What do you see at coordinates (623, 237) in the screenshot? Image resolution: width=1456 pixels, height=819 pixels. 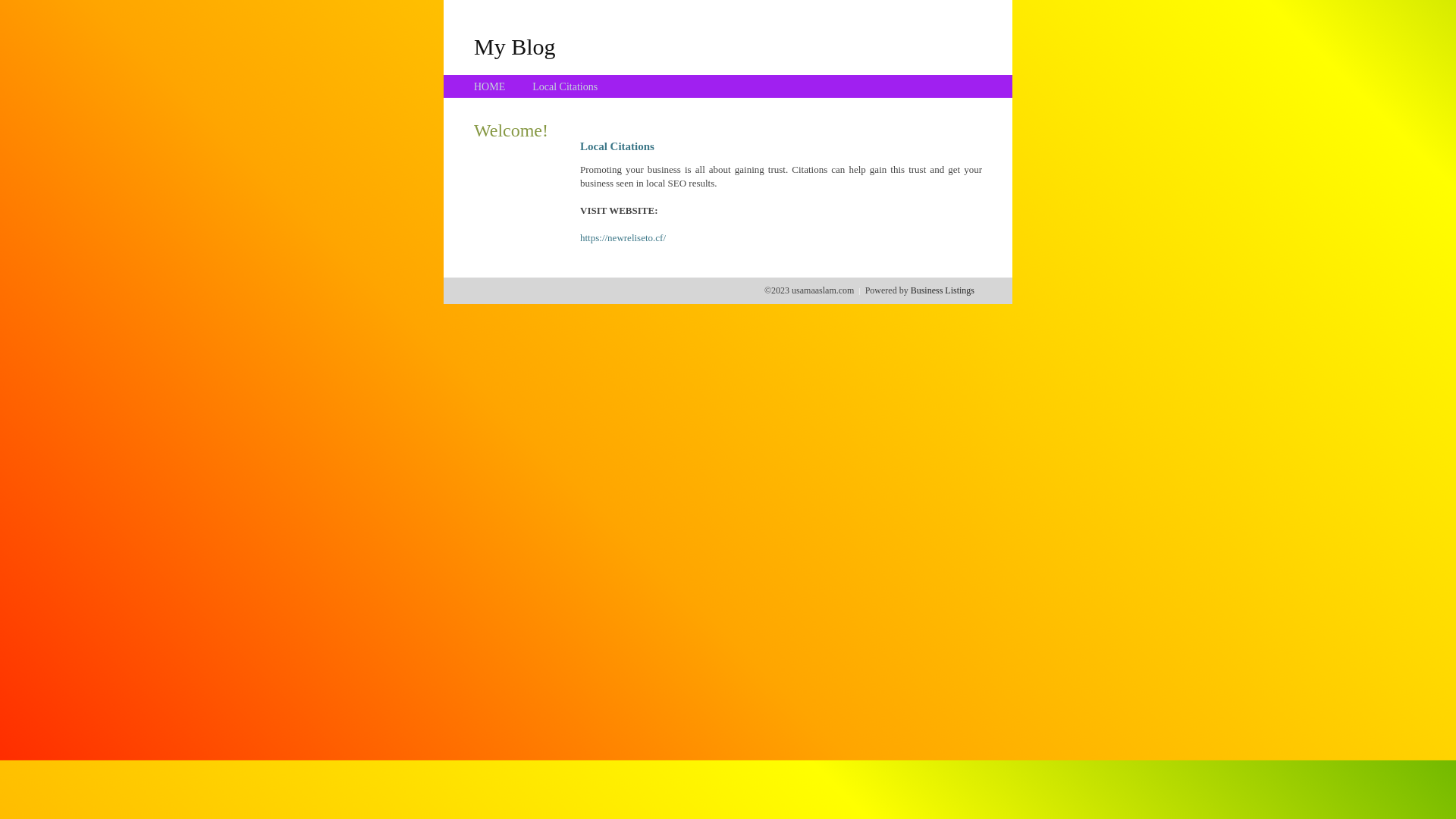 I see `'https://newreliseto.cf/'` at bounding box center [623, 237].